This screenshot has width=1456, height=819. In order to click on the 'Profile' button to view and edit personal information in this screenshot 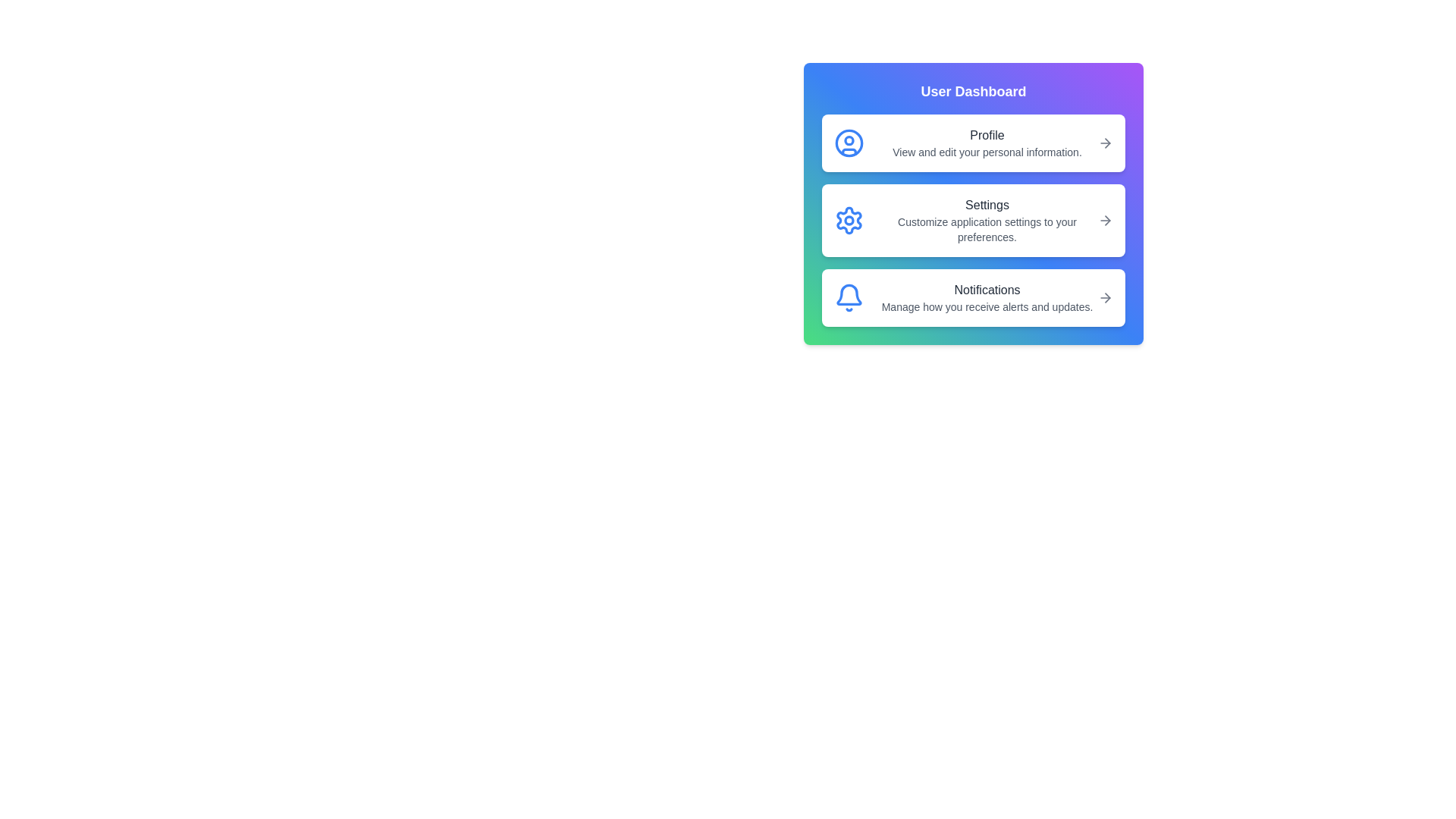, I will do `click(973, 143)`.